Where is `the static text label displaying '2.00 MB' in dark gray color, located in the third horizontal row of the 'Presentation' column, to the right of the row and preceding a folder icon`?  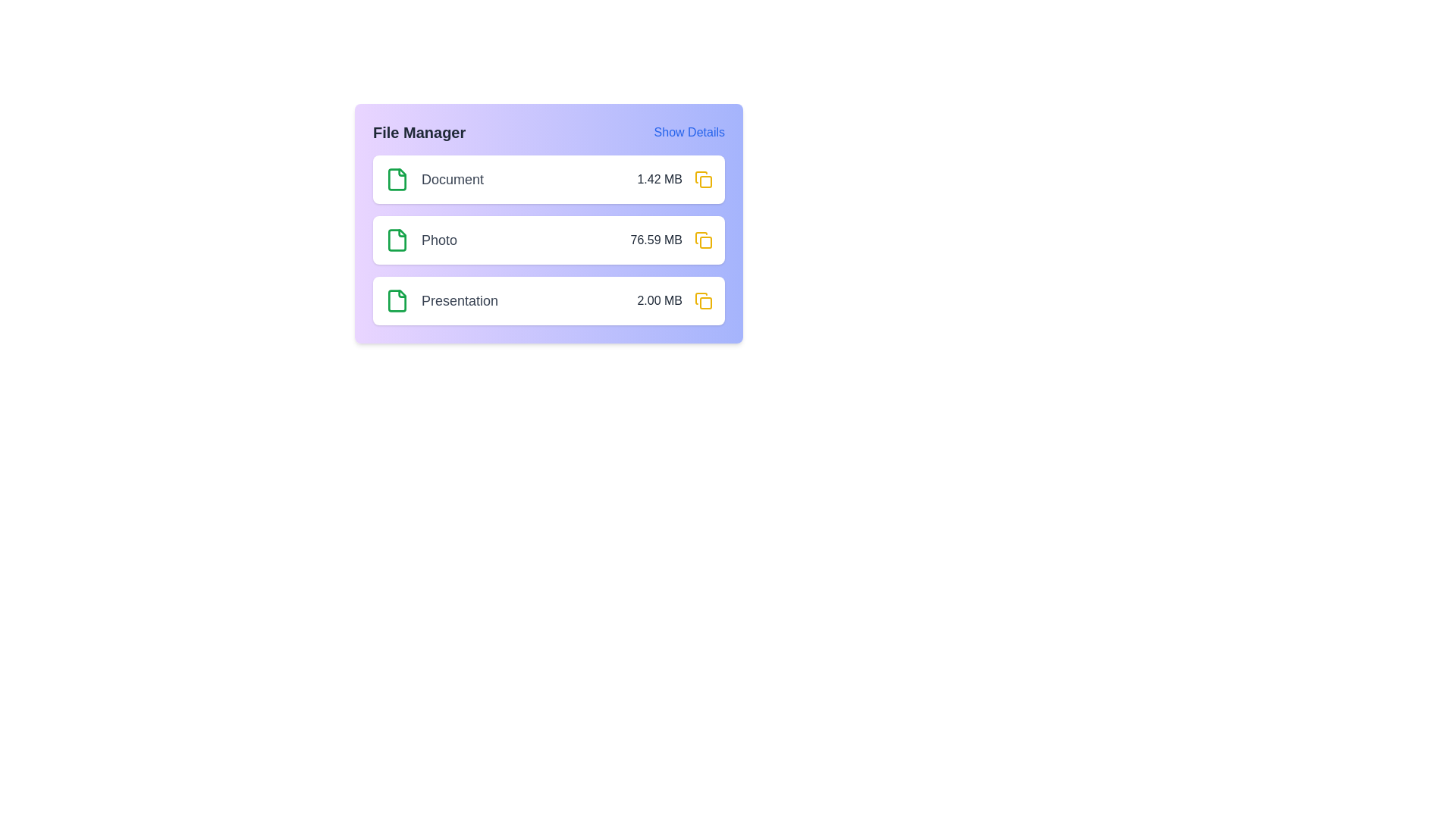 the static text label displaying '2.00 MB' in dark gray color, located in the third horizontal row of the 'Presentation' column, to the right of the row and preceding a folder icon is located at coordinates (660, 301).